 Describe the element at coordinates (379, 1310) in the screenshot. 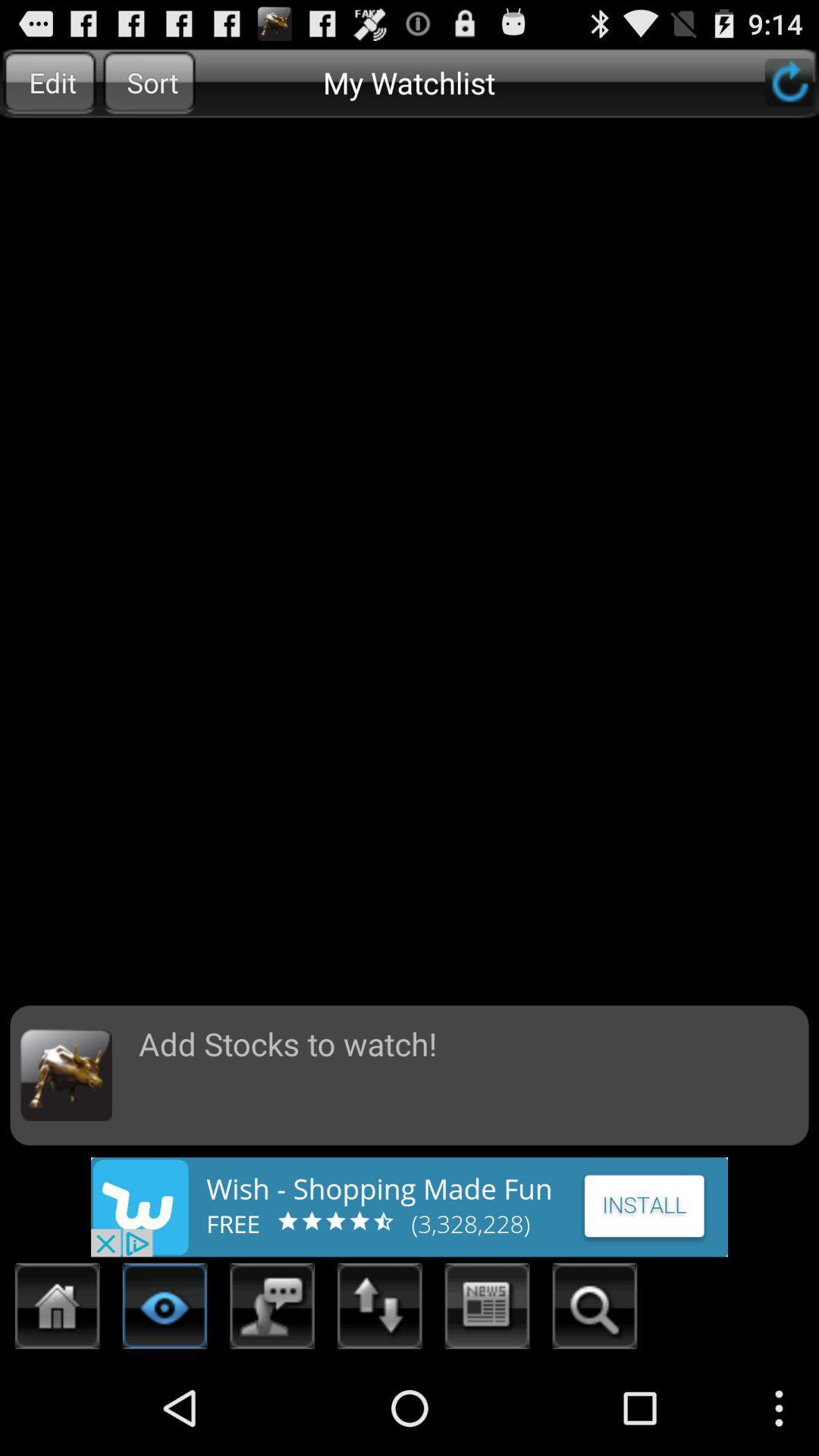

I see `ascending/descending sort` at that location.